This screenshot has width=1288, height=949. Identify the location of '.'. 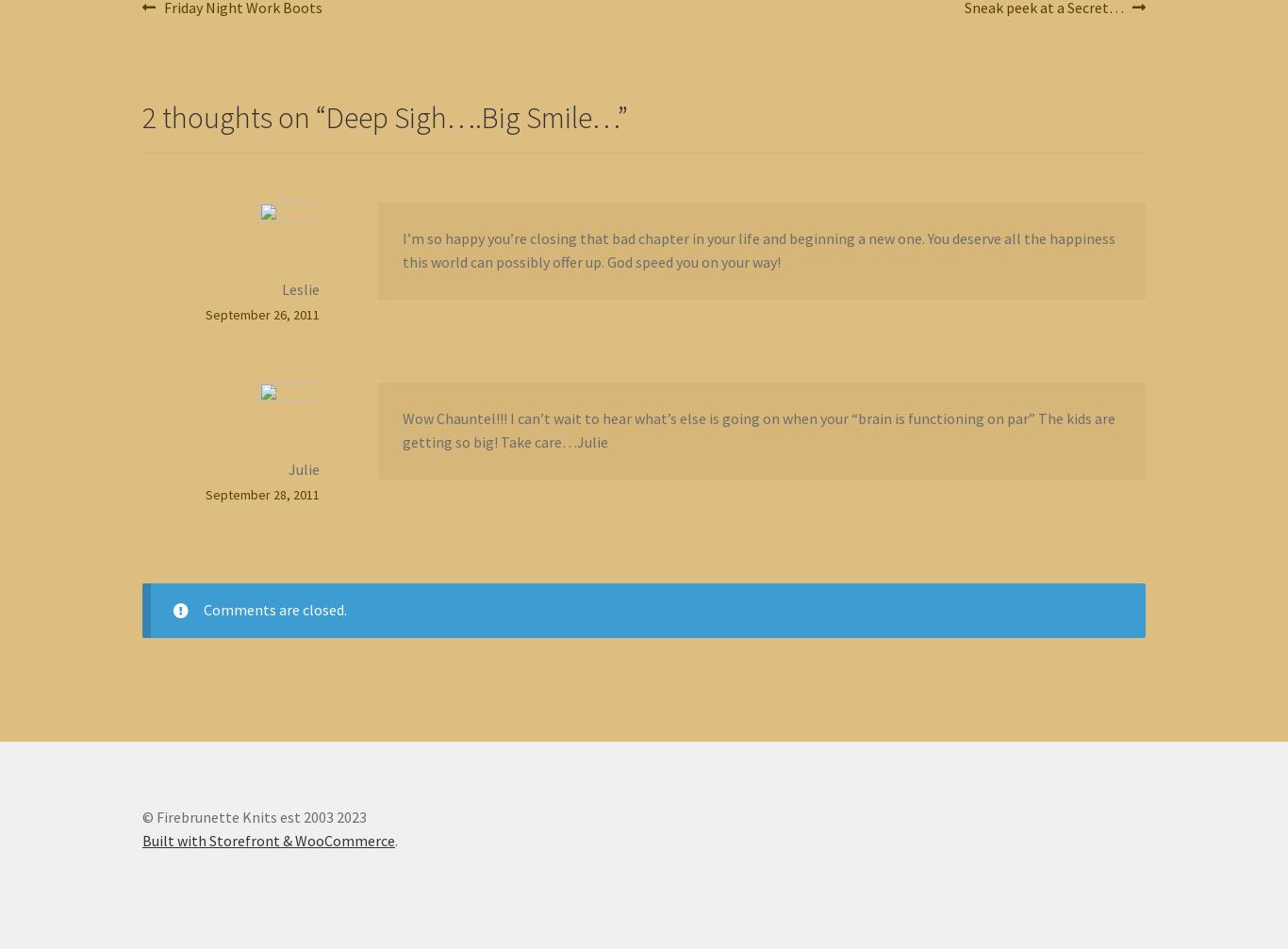
(395, 840).